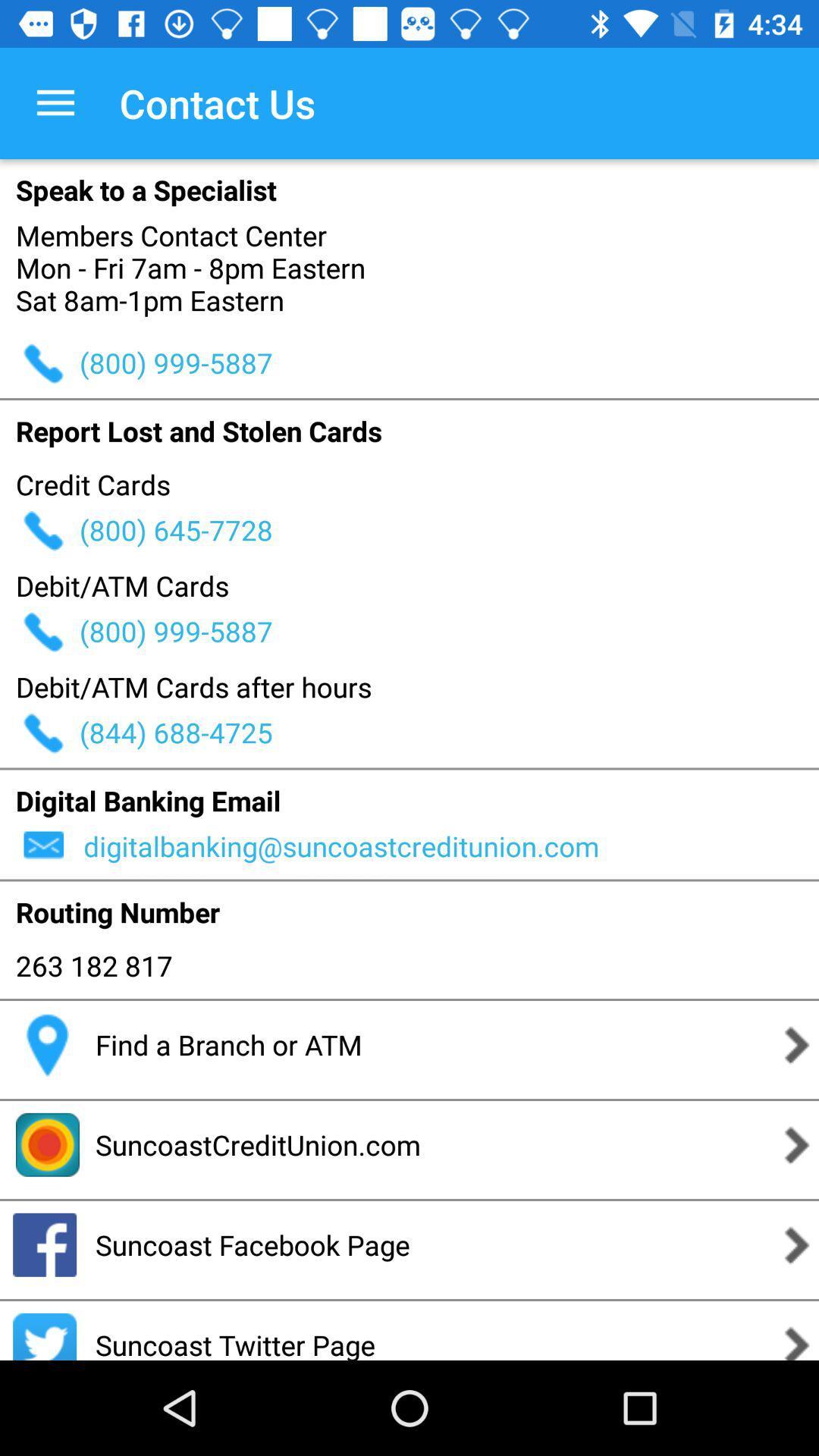 The image size is (819, 1456). I want to click on item to the left of contact us item, so click(55, 102).